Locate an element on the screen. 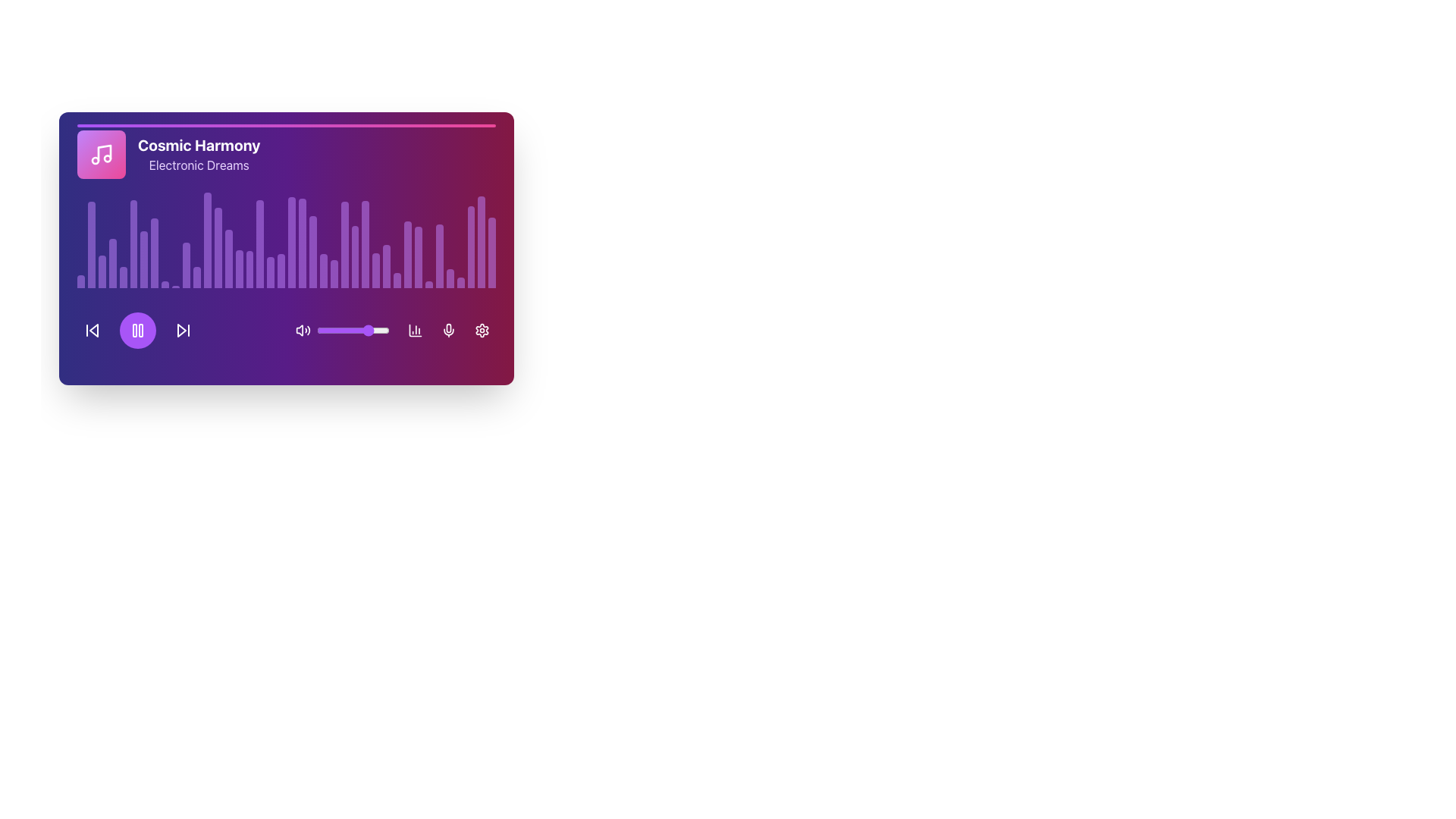 Image resolution: width=1456 pixels, height=819 pixels. the 20th vertical audio waveform indicator bar located just above the bottom controls of the music player interface is located at coordinates (281, 270).